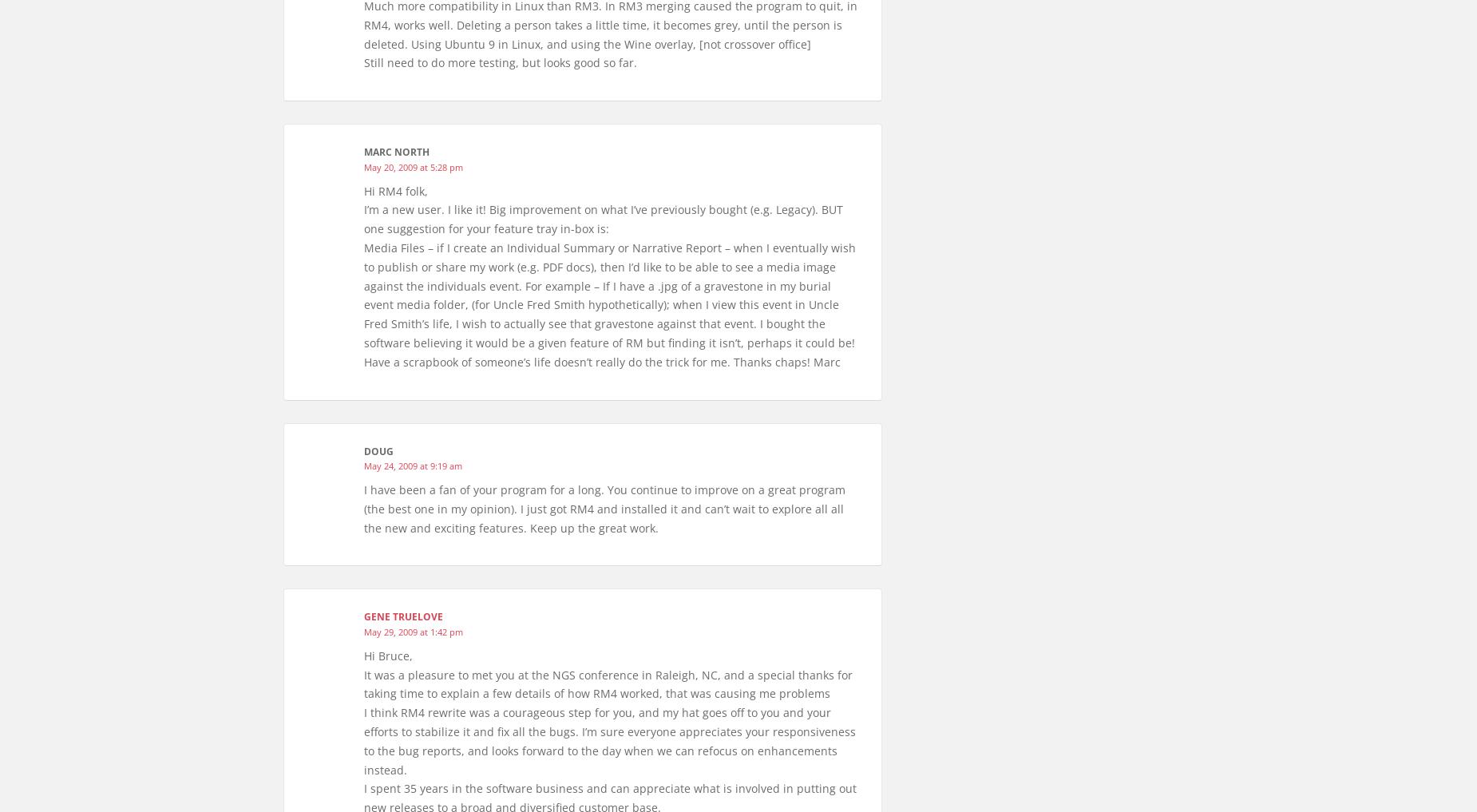  I want to click on 'I have been a fan of your program for a long. You continue to improve on a great program (the best one in my opinion). I just got RM4 and installed it and can’t wait to explore all all the new and exciting features. Keep up the great work.', so click(604, 508).